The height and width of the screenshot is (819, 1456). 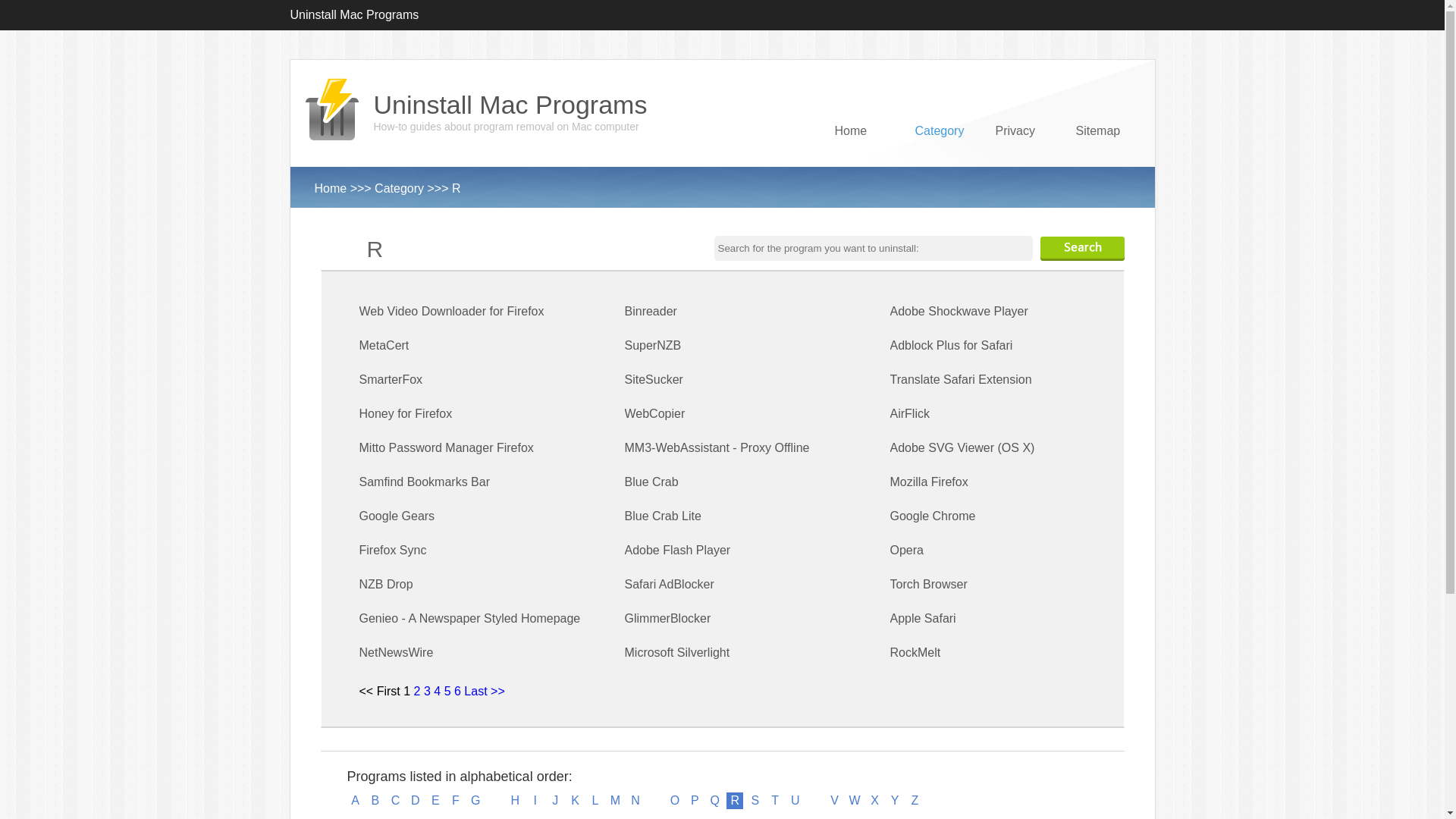 I want to click on 'D', so click(x=407, y=800).